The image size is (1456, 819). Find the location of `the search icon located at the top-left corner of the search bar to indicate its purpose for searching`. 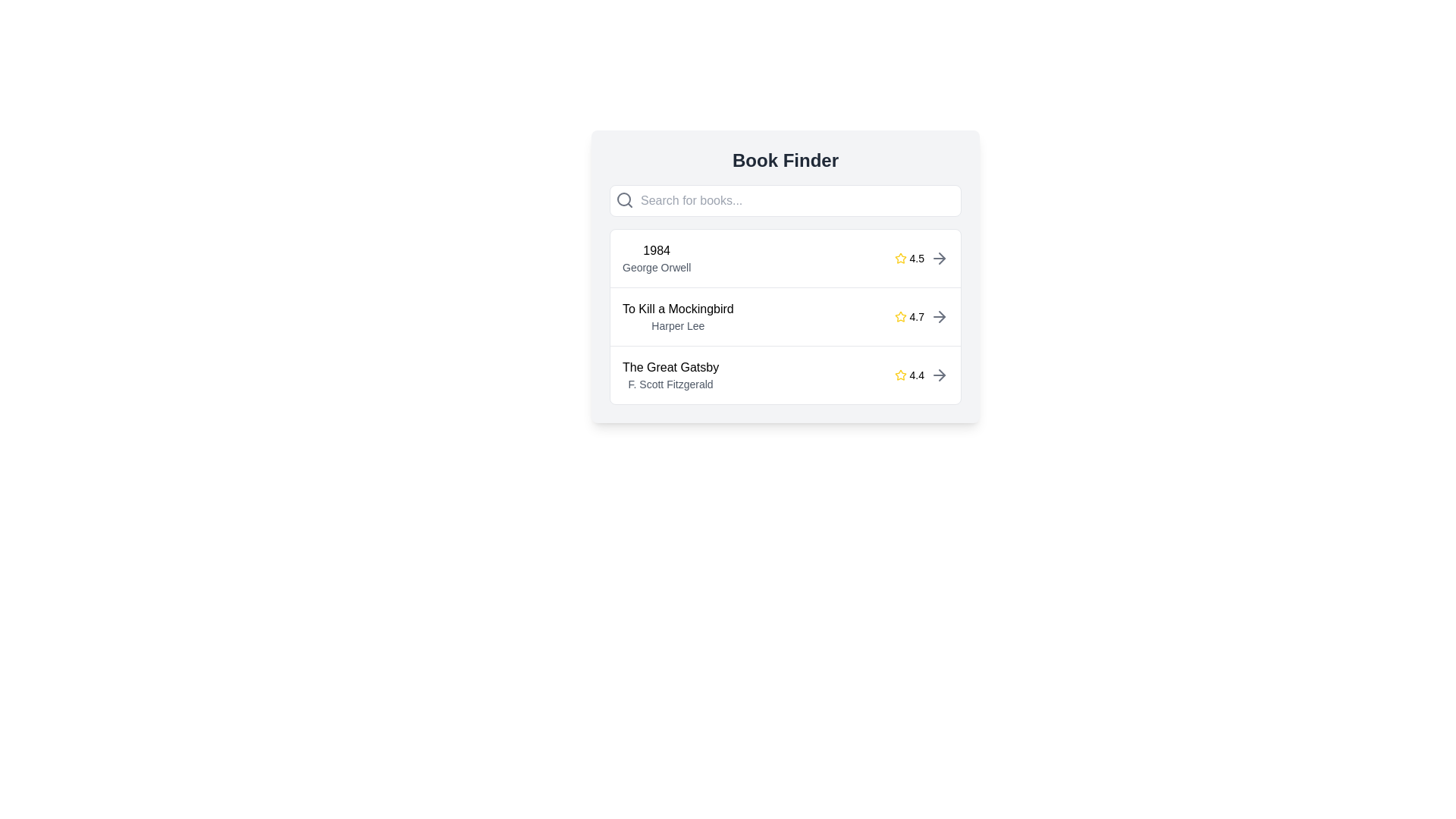

the search icon located at the top-left corner of the search bar to indicate its purpose for searching is located at coordinates (625, 199).